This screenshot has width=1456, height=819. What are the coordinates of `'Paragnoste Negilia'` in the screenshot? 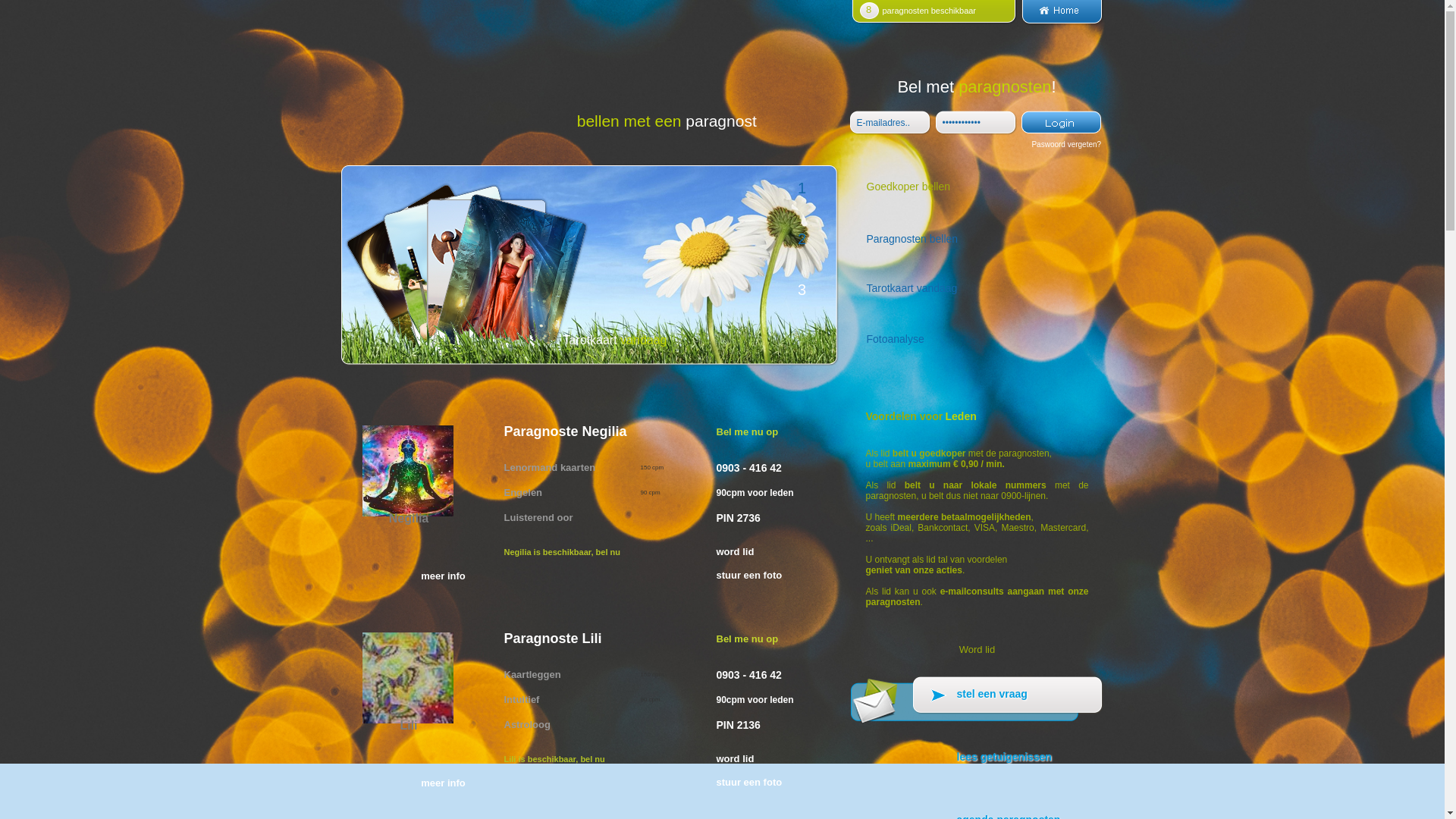 It's located at (503, 431).